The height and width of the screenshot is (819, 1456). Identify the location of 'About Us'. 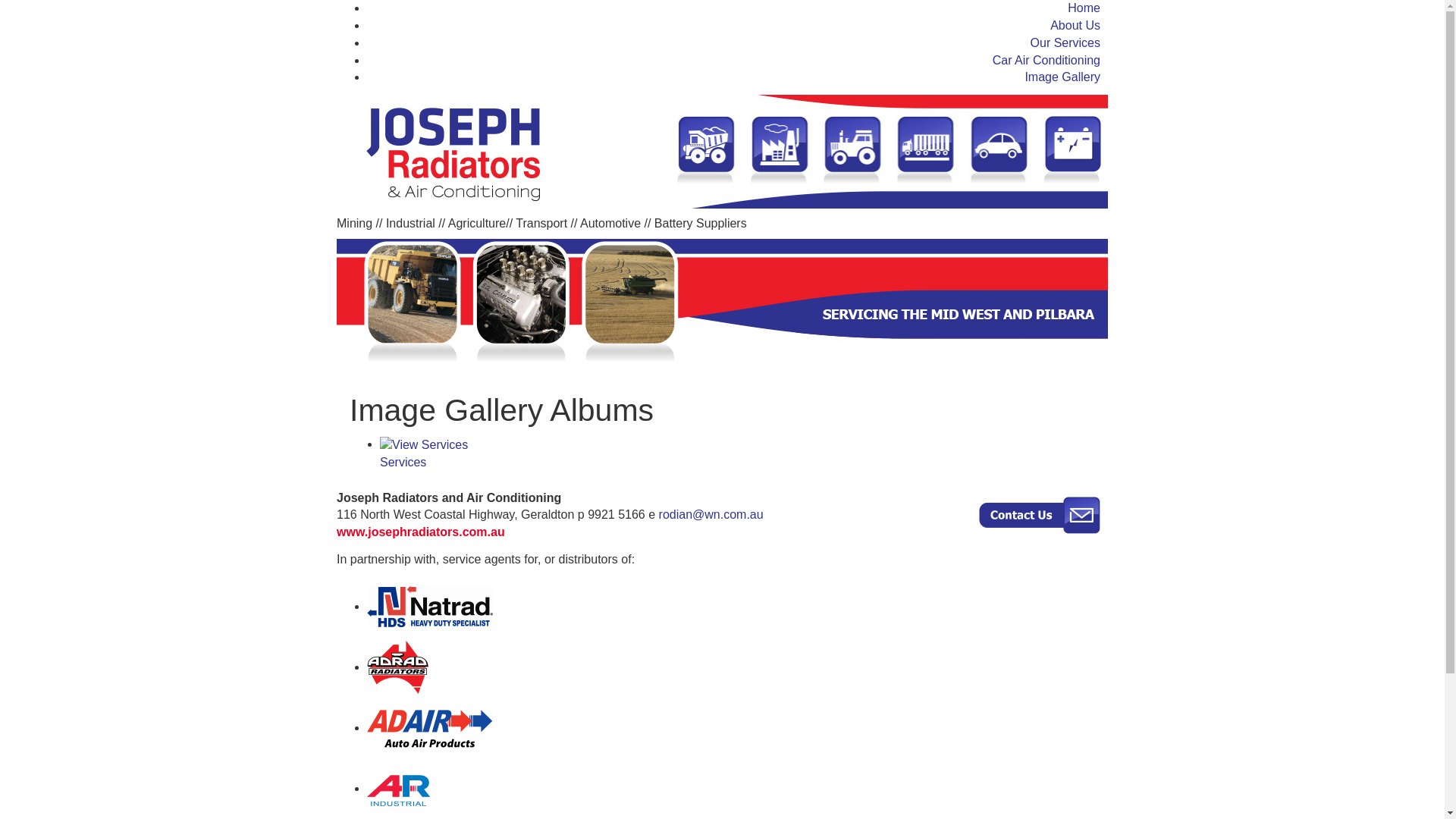
(1074, 25).